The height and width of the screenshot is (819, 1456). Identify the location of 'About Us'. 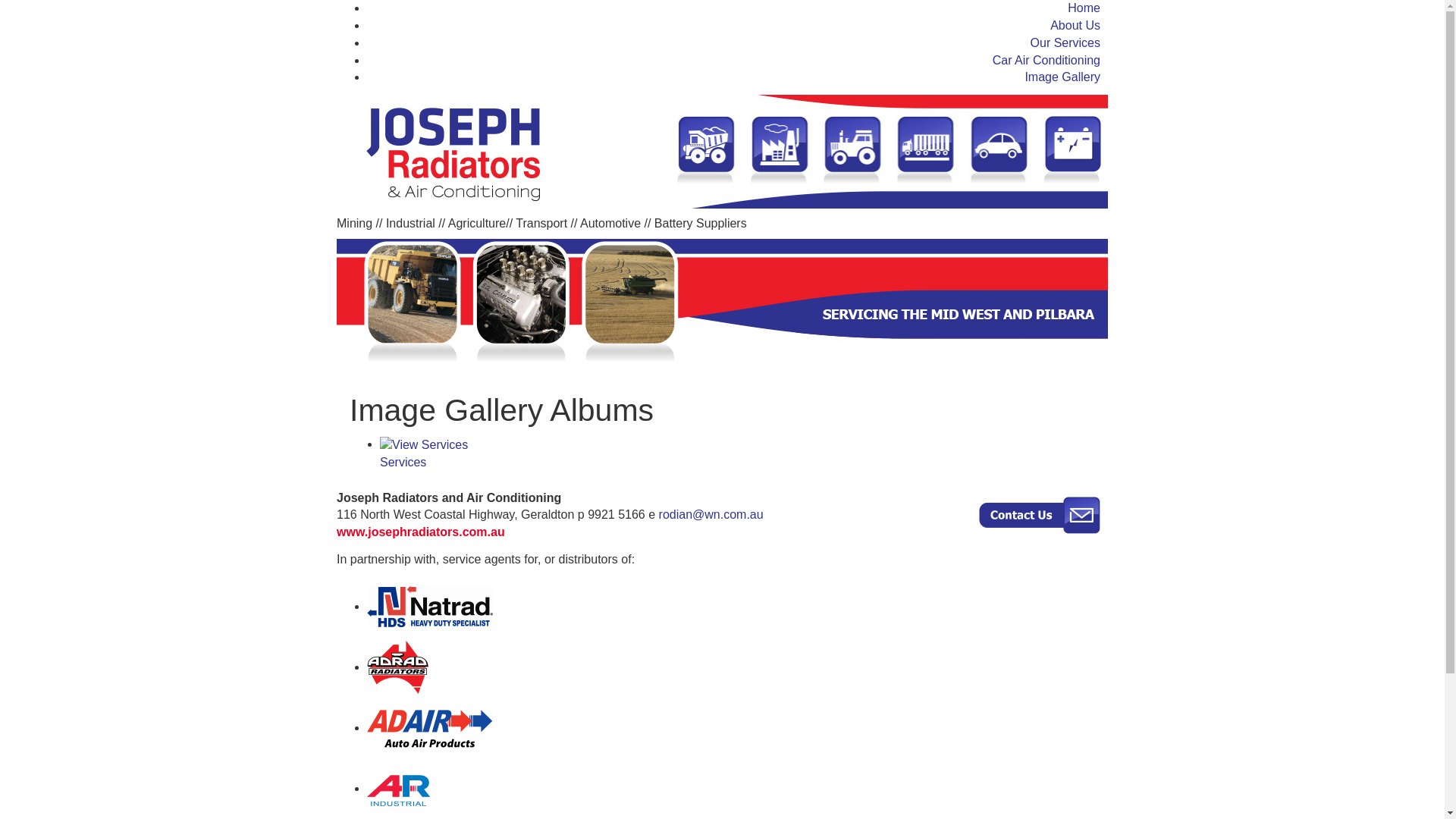
(1074, 25).